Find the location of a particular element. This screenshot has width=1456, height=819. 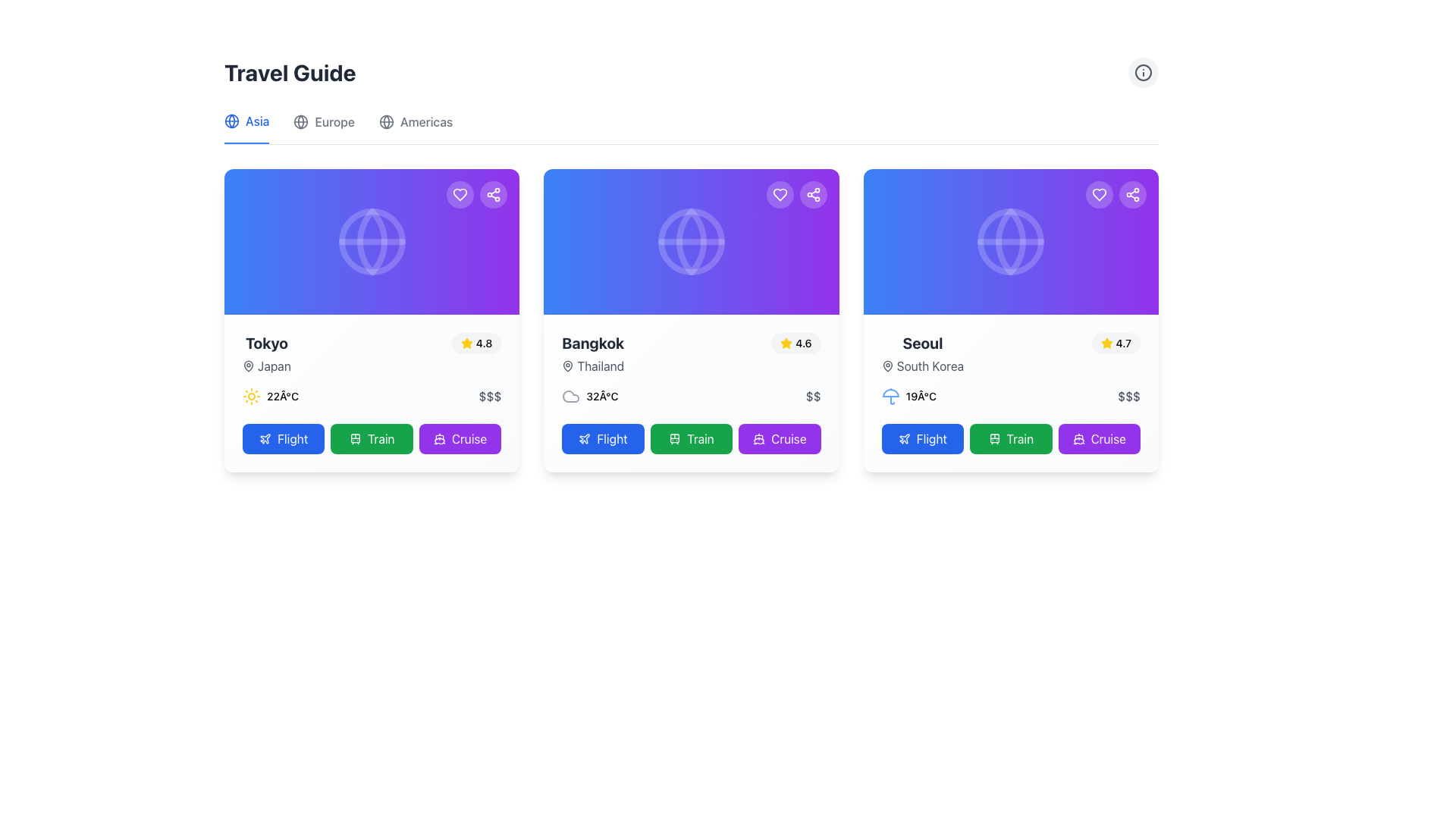

the 'Cruise' button located at the bottom of the 'Tokyo' card to interact with cruise options is located at coordinates (459, 438).